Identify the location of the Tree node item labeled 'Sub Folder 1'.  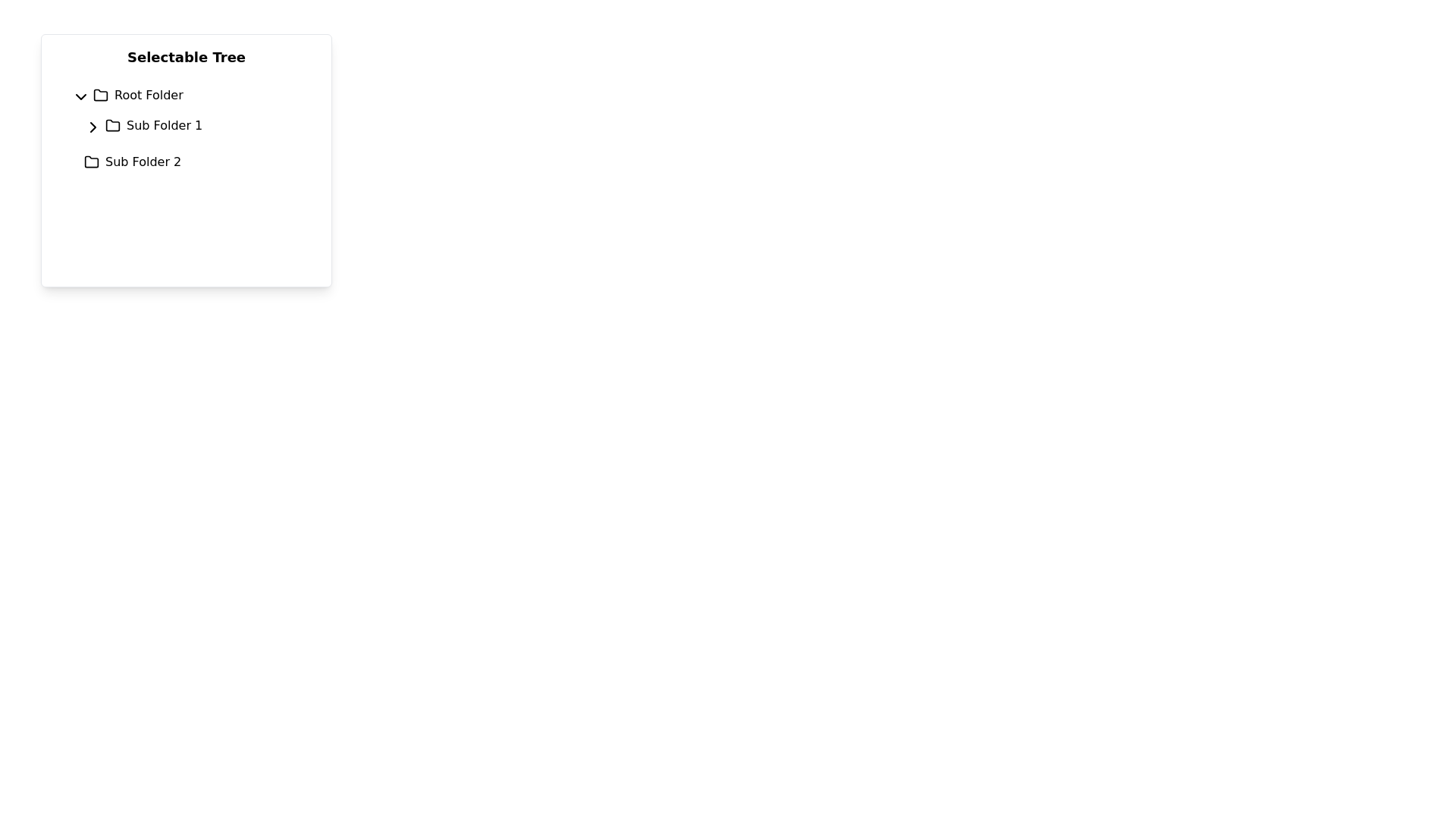
(192, 127).